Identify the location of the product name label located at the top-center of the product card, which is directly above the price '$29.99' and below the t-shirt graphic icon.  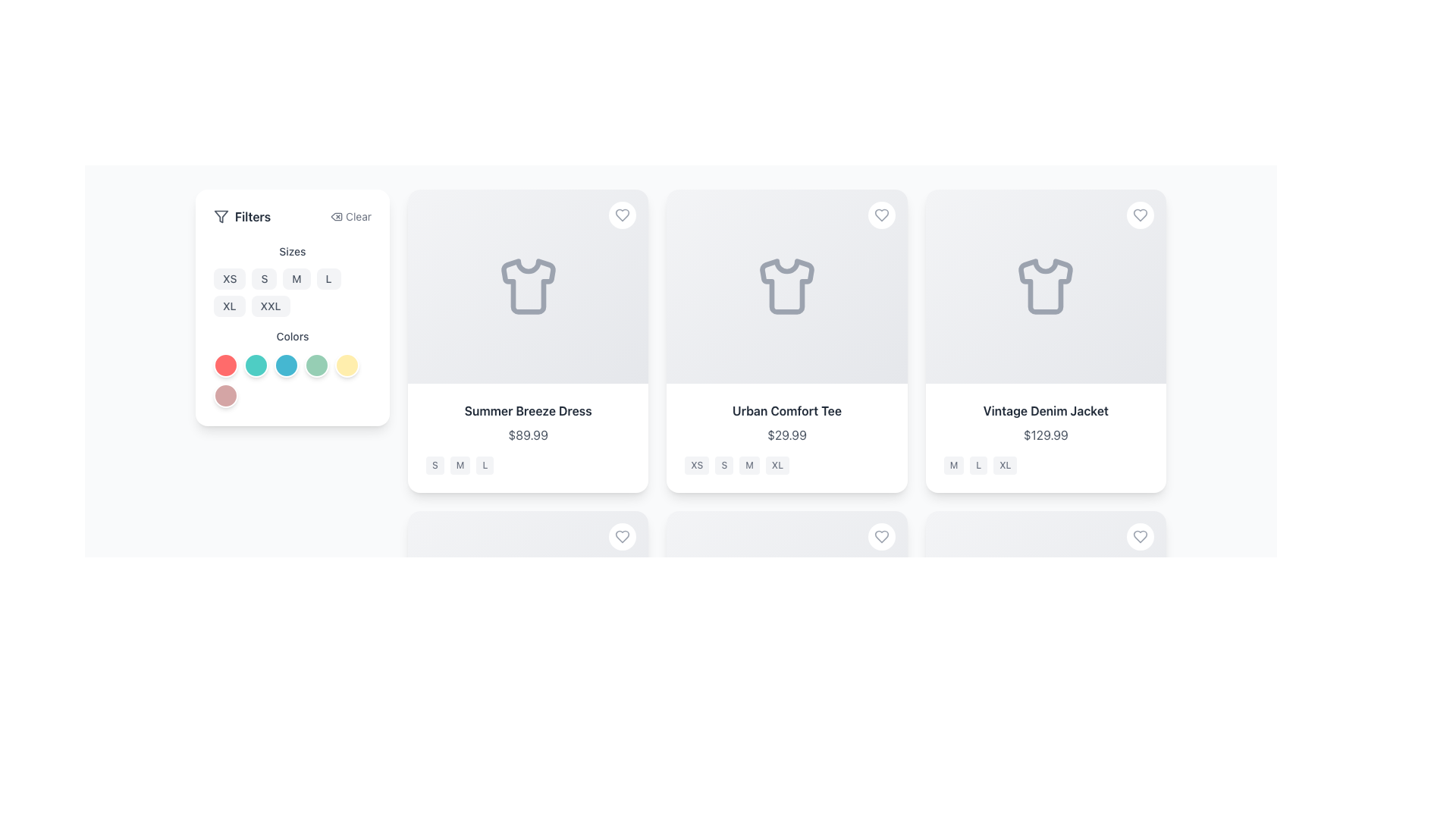
(786, 411).